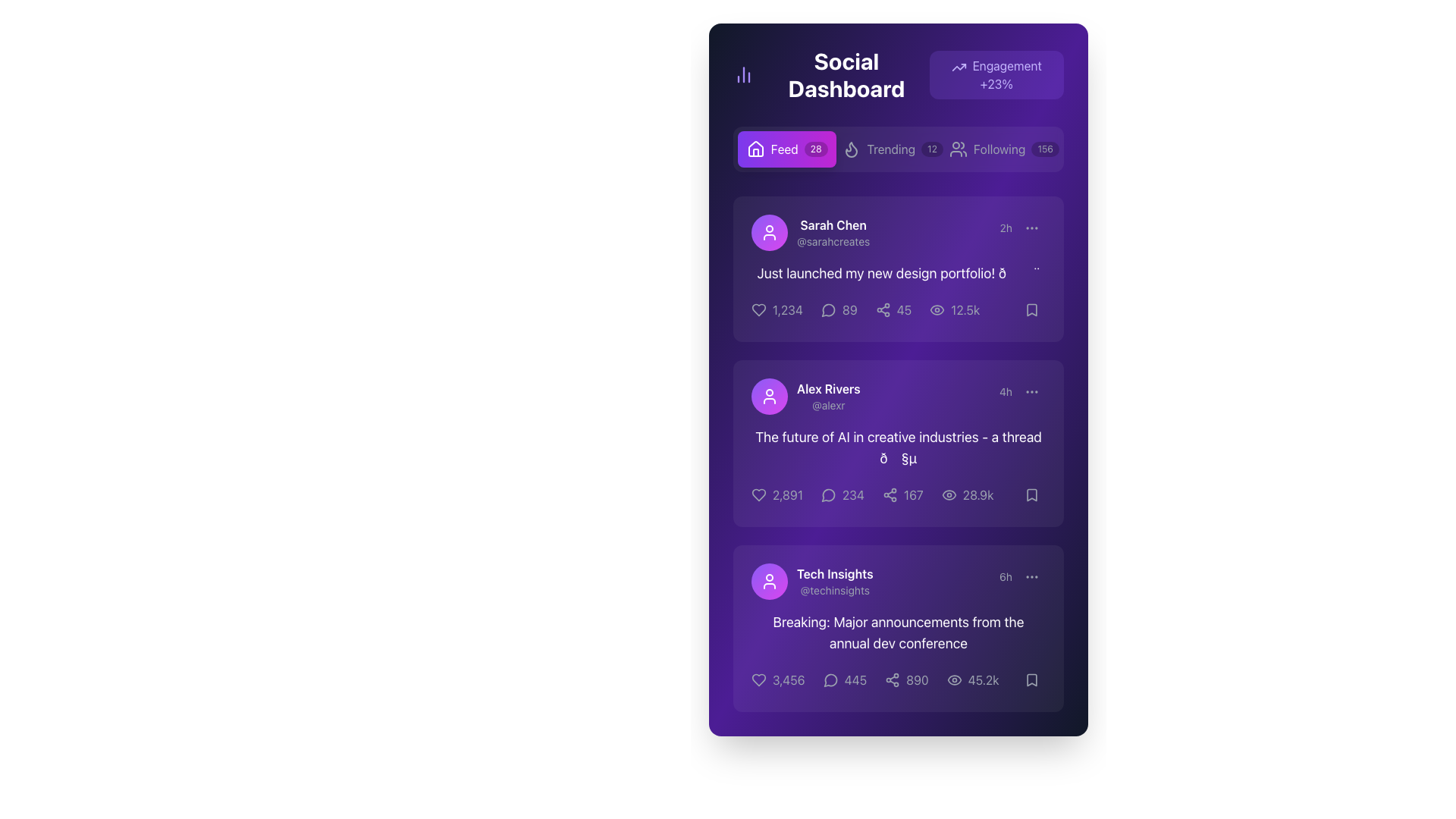  What do you see at coordinates (759, 309) in the screenshot?
I see `the leftmost icon button located beneath the post labeled 'Alex Rivers'` at bounding box center [759, 309].